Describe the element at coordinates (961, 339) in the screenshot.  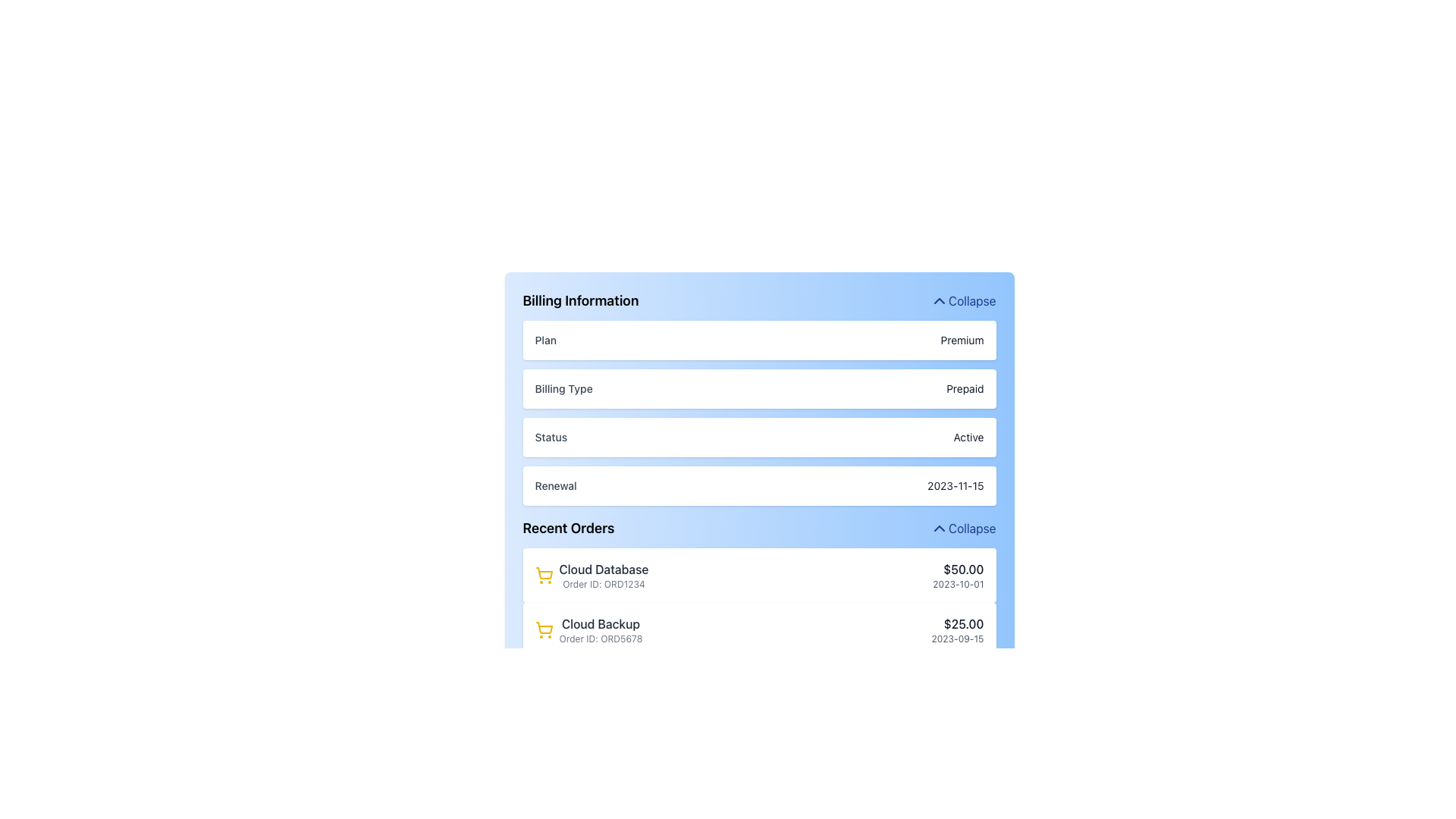
I see `the non-interactive text label indicating the type or tier of the plan, located in the 'Billing Information' section, aligned to the right of the 'Plan' label` at that location.